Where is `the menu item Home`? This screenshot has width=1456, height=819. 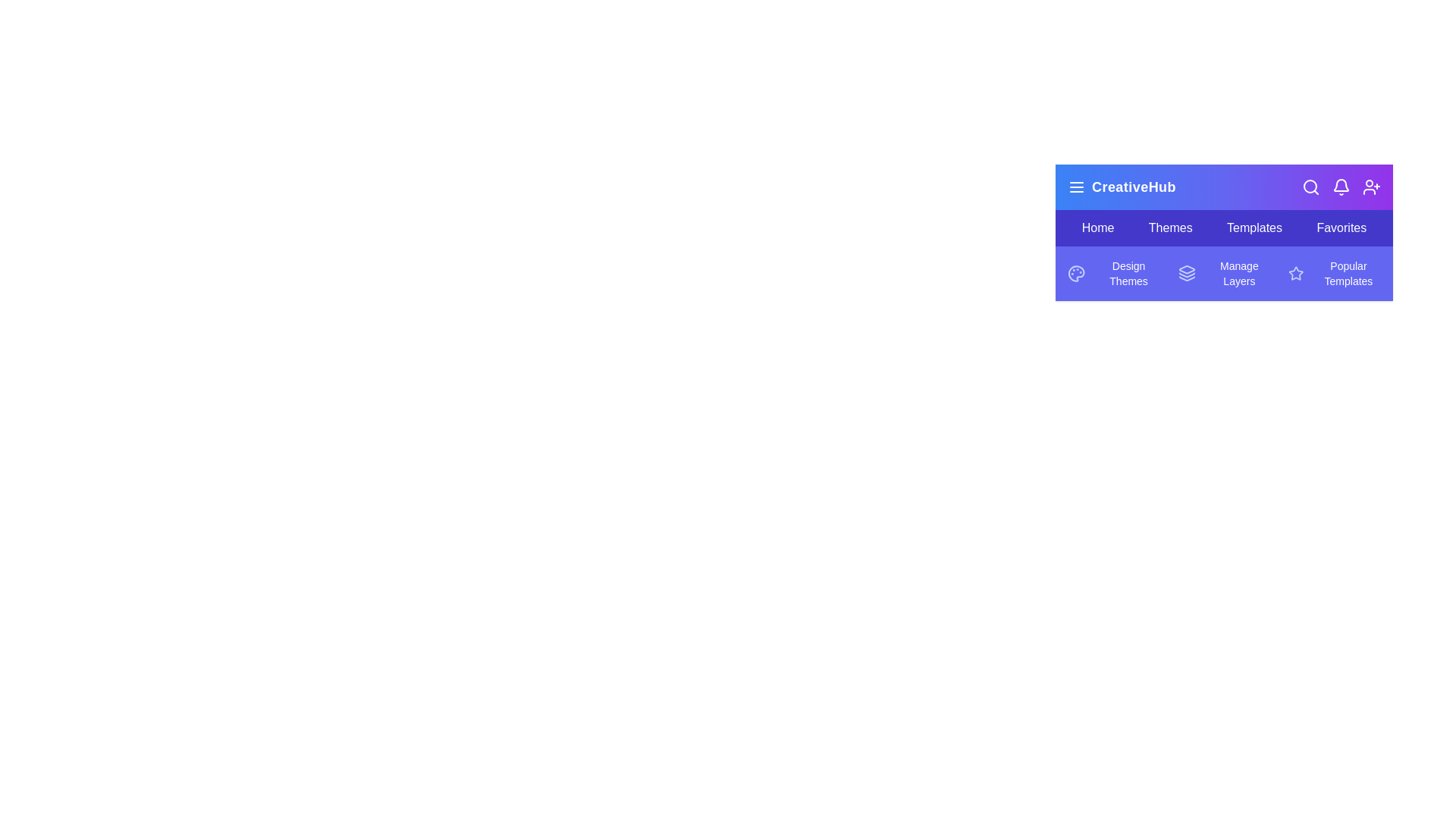 the menu item Home is located at coordinates (1098, 227).